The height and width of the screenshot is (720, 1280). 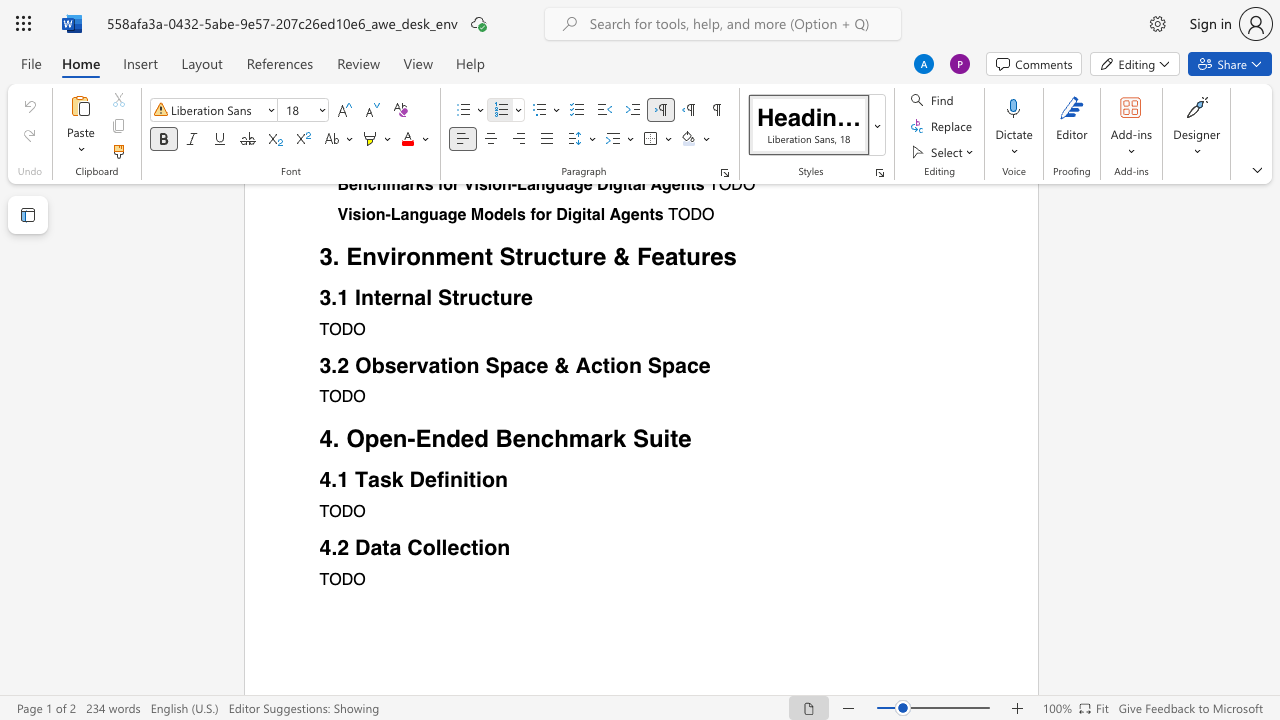 I want to click on the space between the continuous character "n" and "c" in the text, so click(x=540, y=438).